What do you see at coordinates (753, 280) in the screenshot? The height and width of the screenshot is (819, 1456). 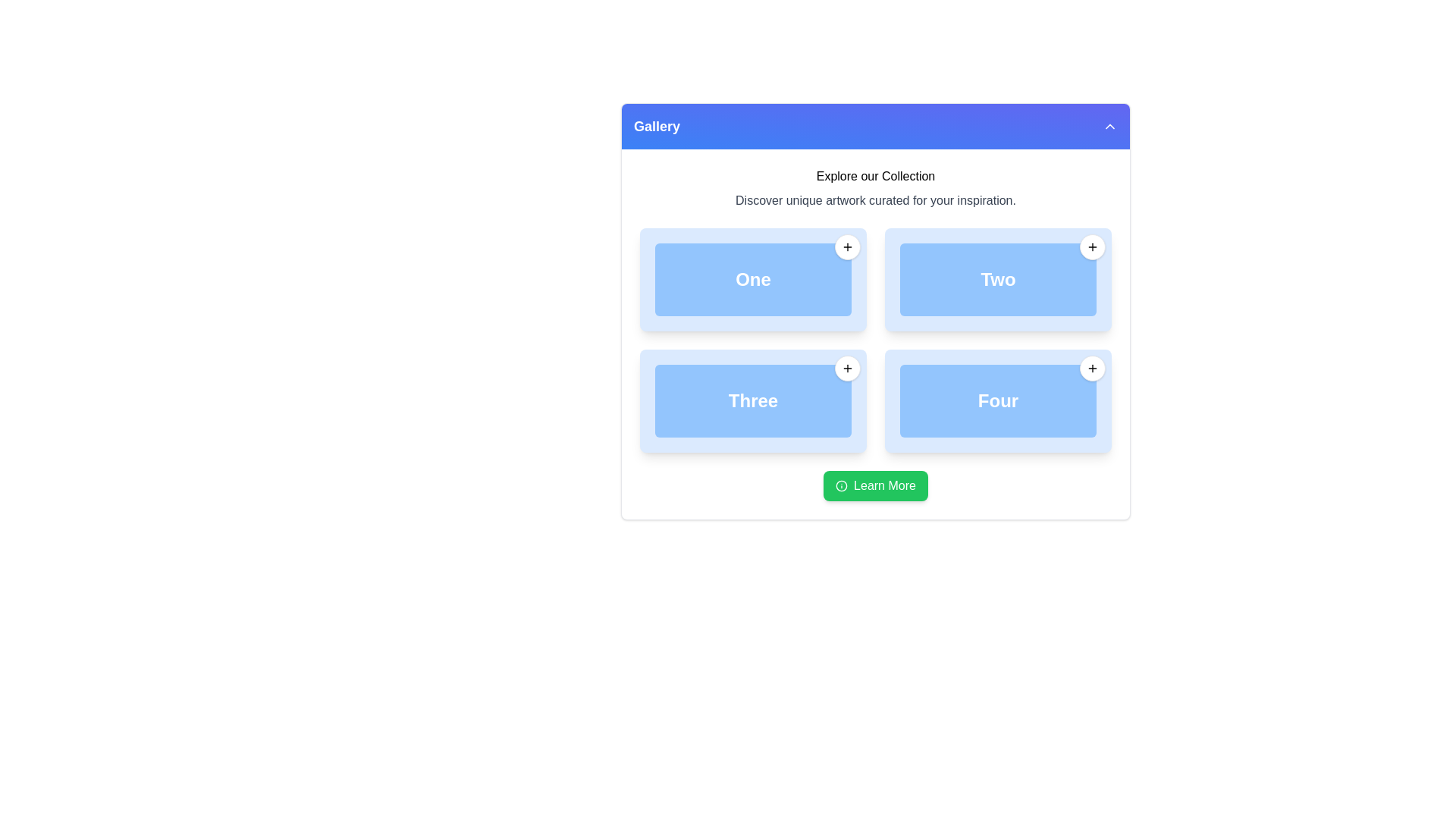 I see `the interactive button labeled 'One'` at bounding box center [753, 280].